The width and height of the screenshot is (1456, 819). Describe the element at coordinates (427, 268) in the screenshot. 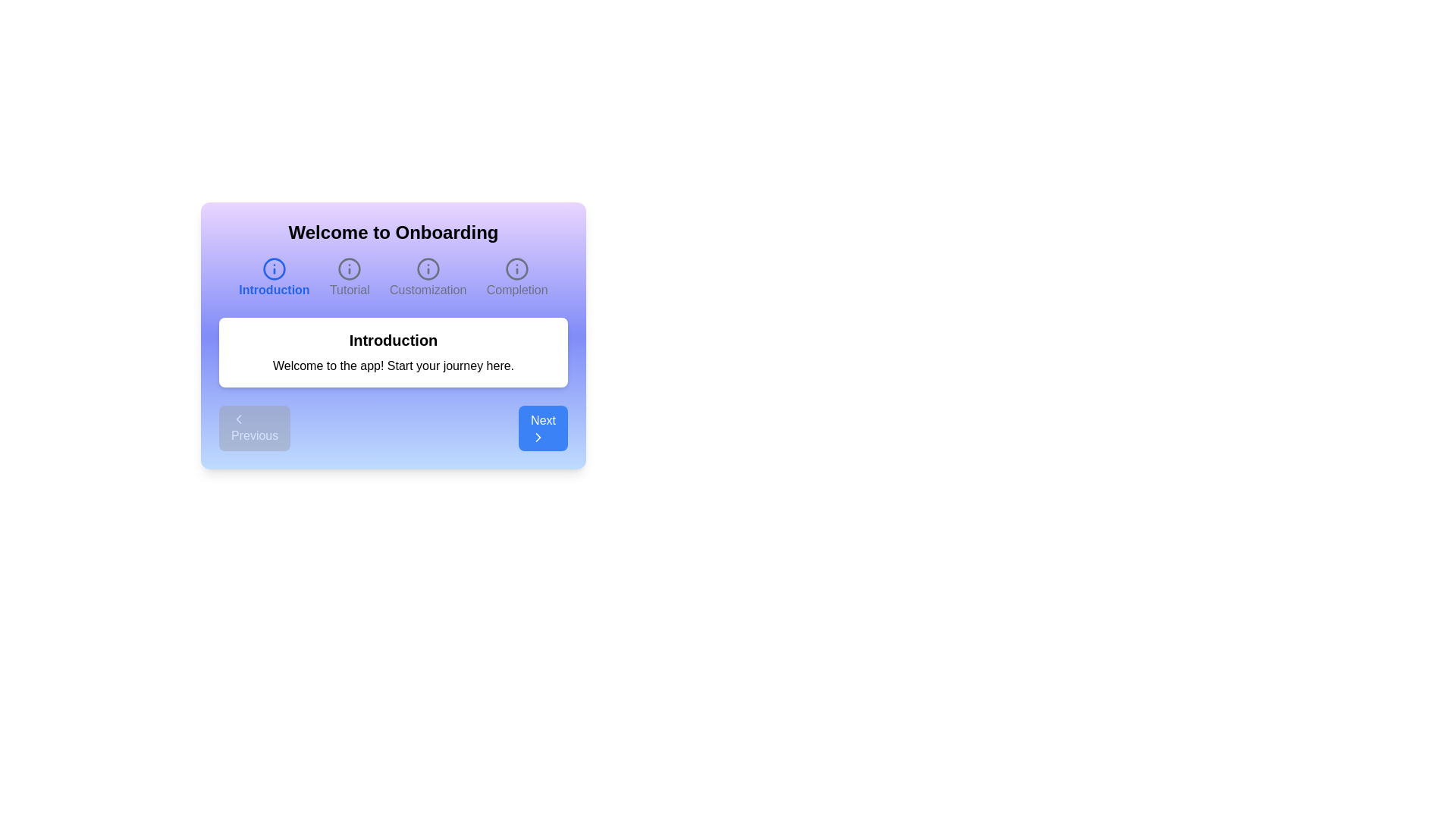

I see `the third icon in the navigation bar that represents a stage in the onboarding process, located centrally between the 'Tutorial' and 'Completion' icons` at that location.